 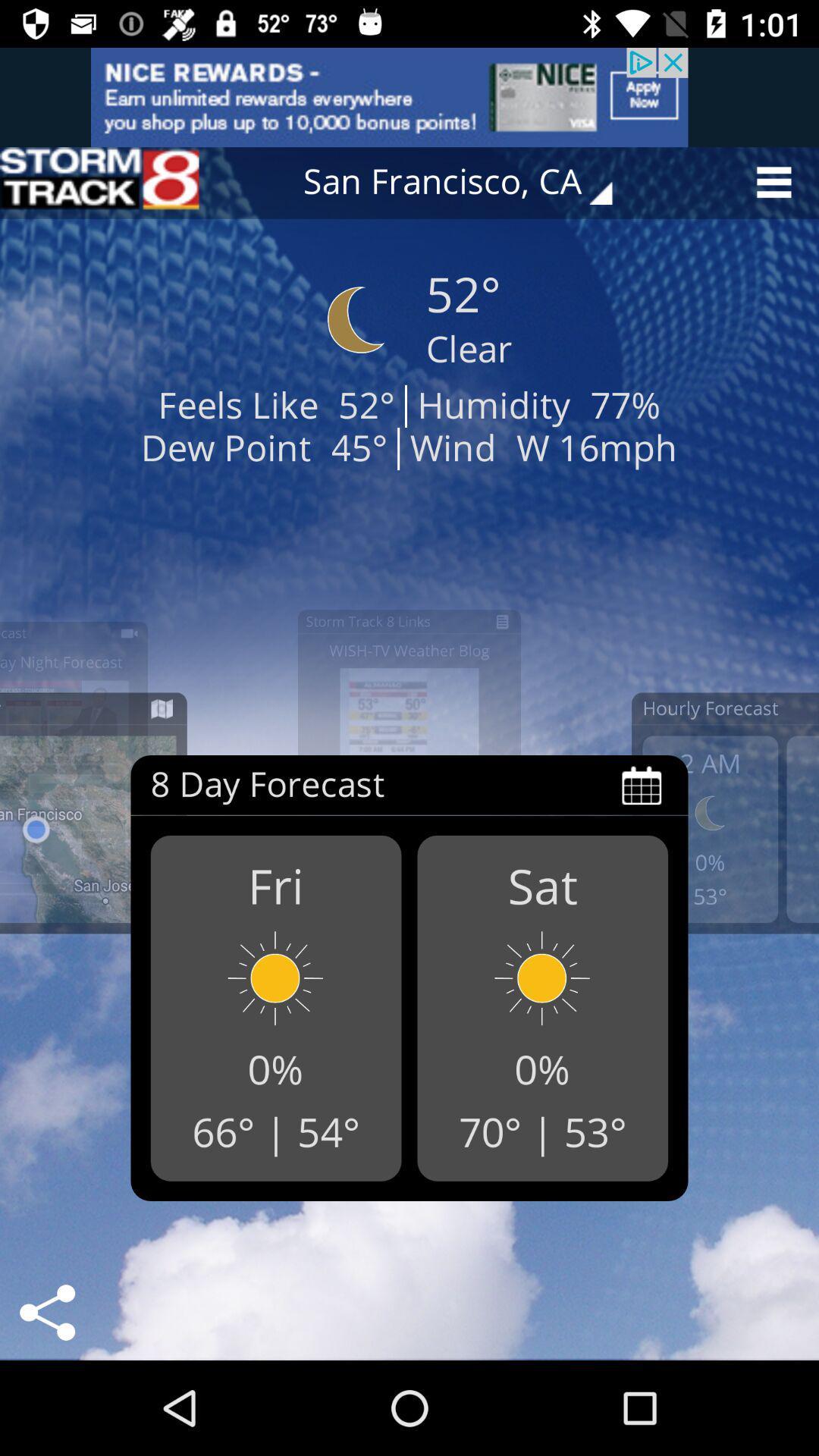 What do you see at coordinates (46, 1312) in the screenshot?
I see `the share icon` at bounding box center [46, 1312].